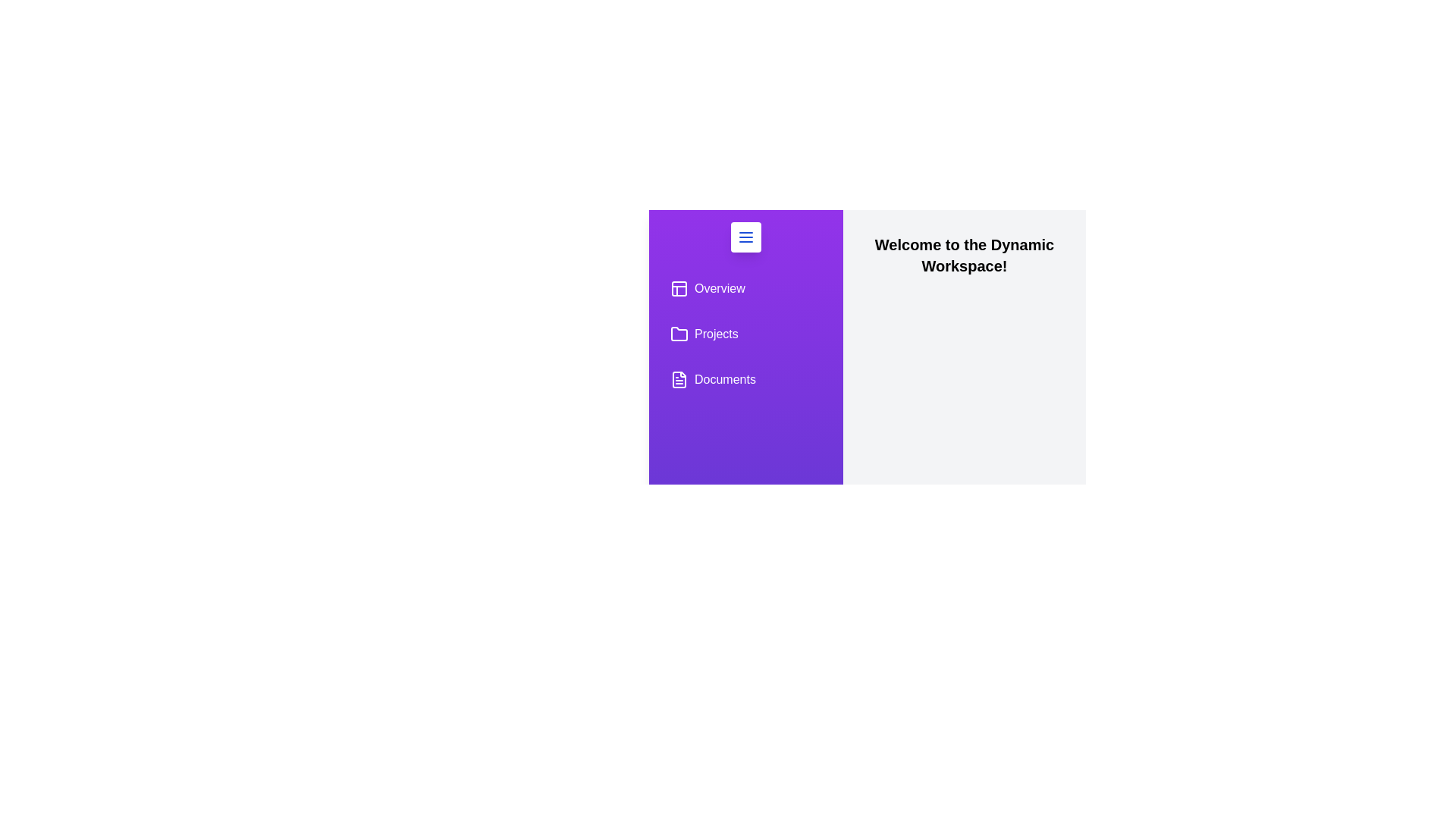  What do you see at coordinates (745, 289) in the screenshot?
I see `the 'Overview' section in the sidebar` at bounding box center [745, 289].